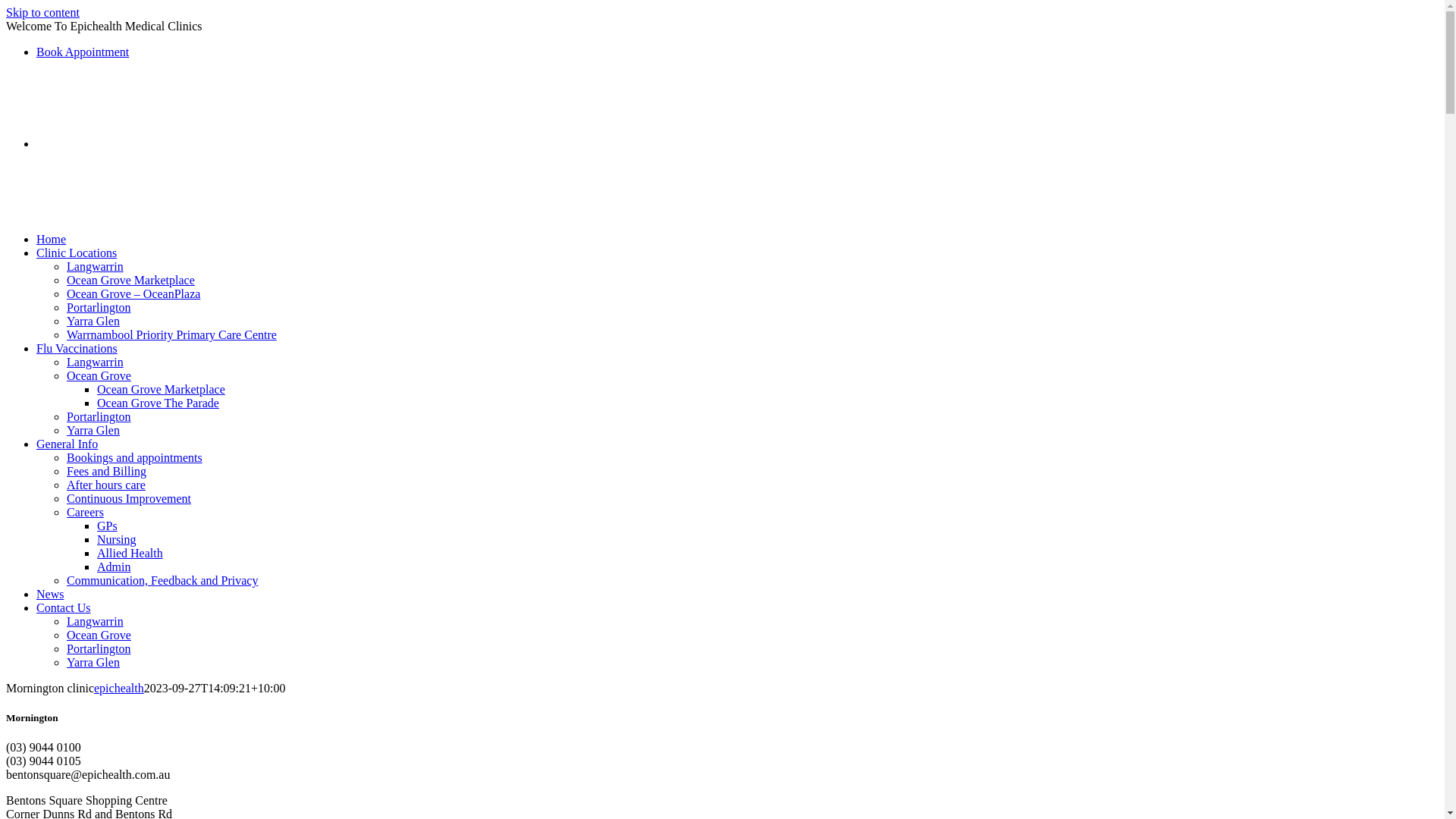 This screenshot has width=1456, height=819. I want to click on 'Fees and Billing', so click(65, 470).